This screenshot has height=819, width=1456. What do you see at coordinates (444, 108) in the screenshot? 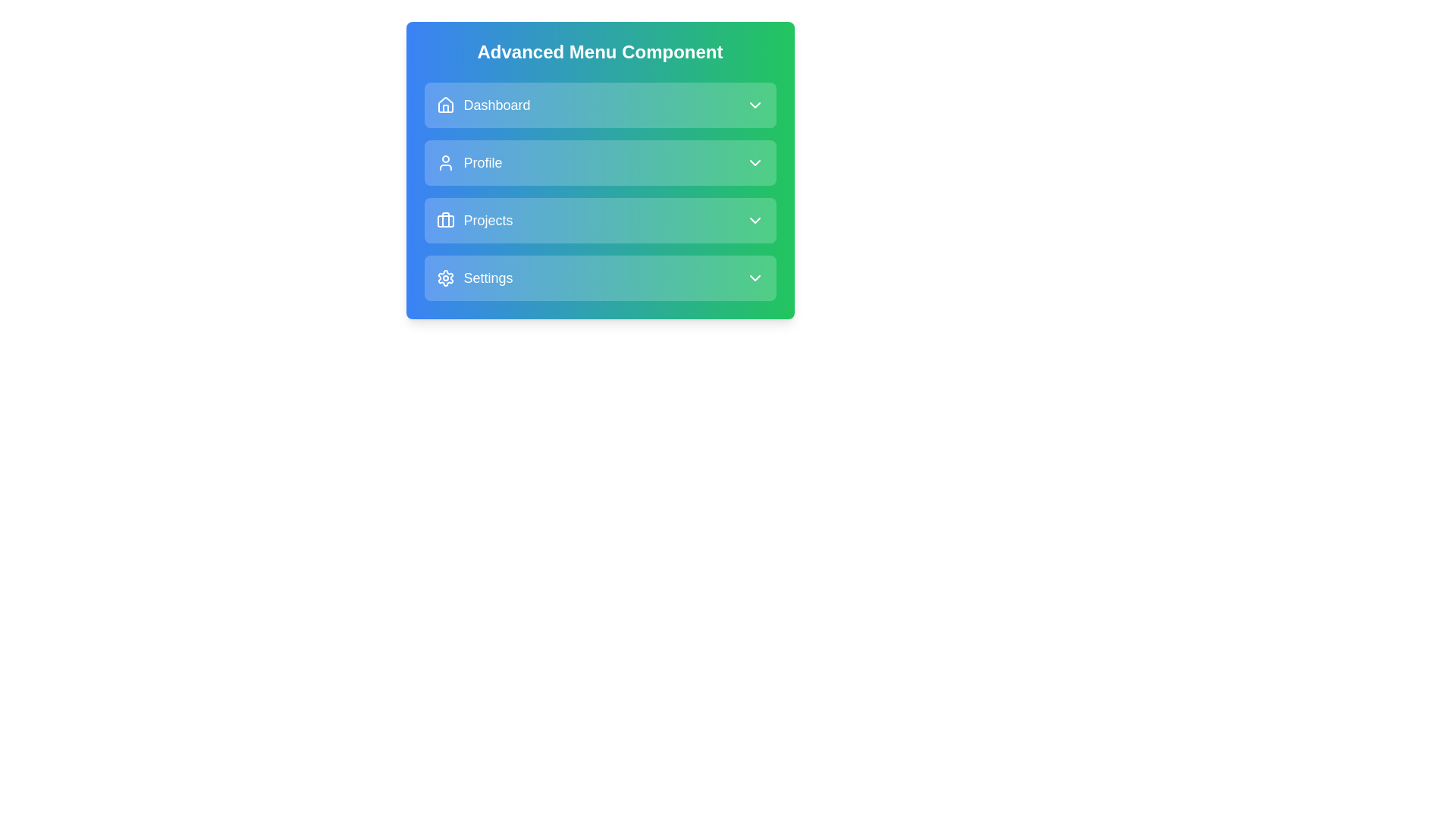
I see `the internal segment of the house icon, which resembles a door, located beside the 'Dashboard' text in the topmost menu row` at bounding box center [444, 108].